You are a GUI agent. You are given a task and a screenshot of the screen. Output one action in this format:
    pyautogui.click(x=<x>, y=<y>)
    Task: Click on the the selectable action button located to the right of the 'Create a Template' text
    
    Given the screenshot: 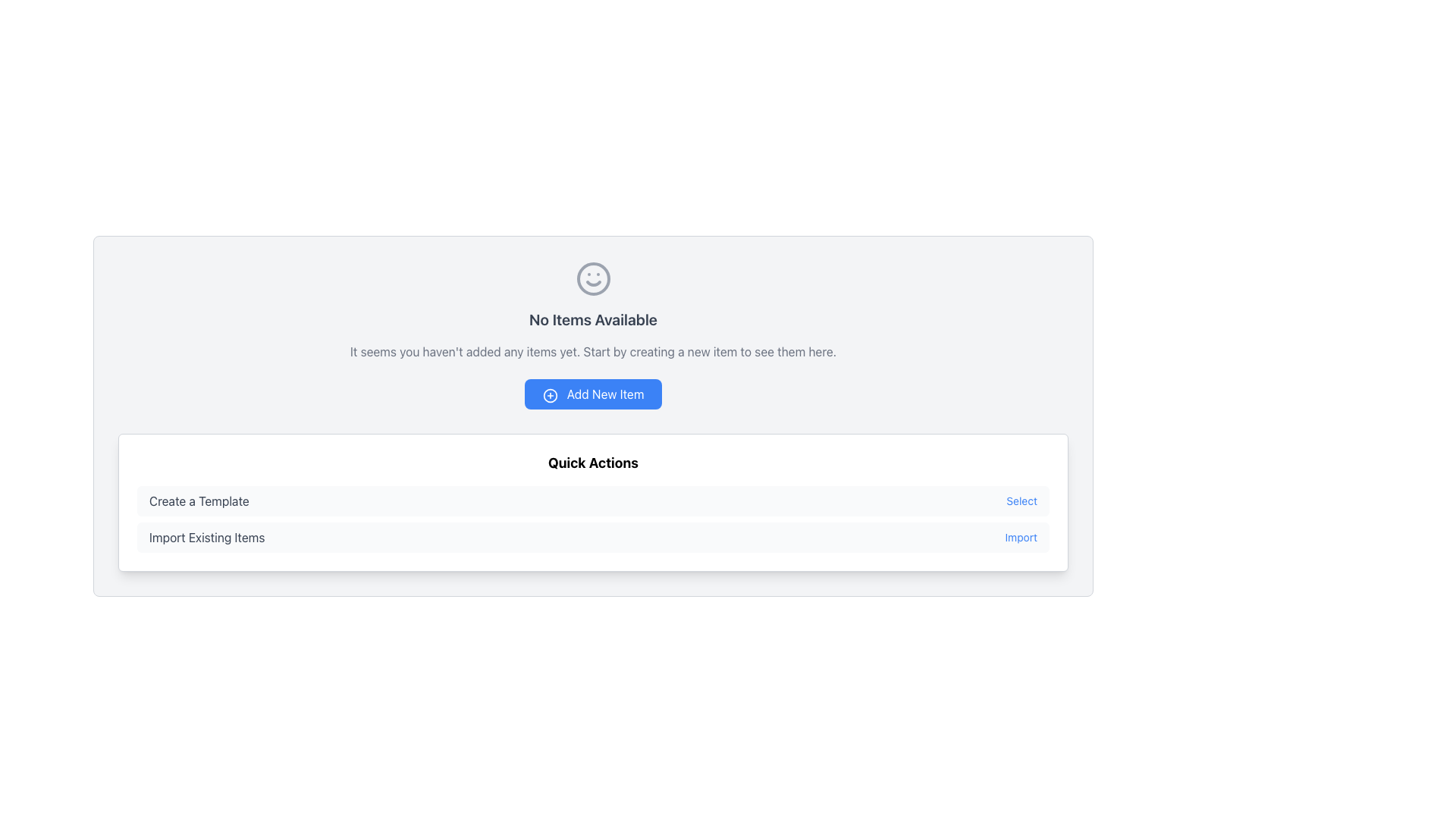 What is the action you would take?
    pyautogui.click(x=1021, y=500)
    